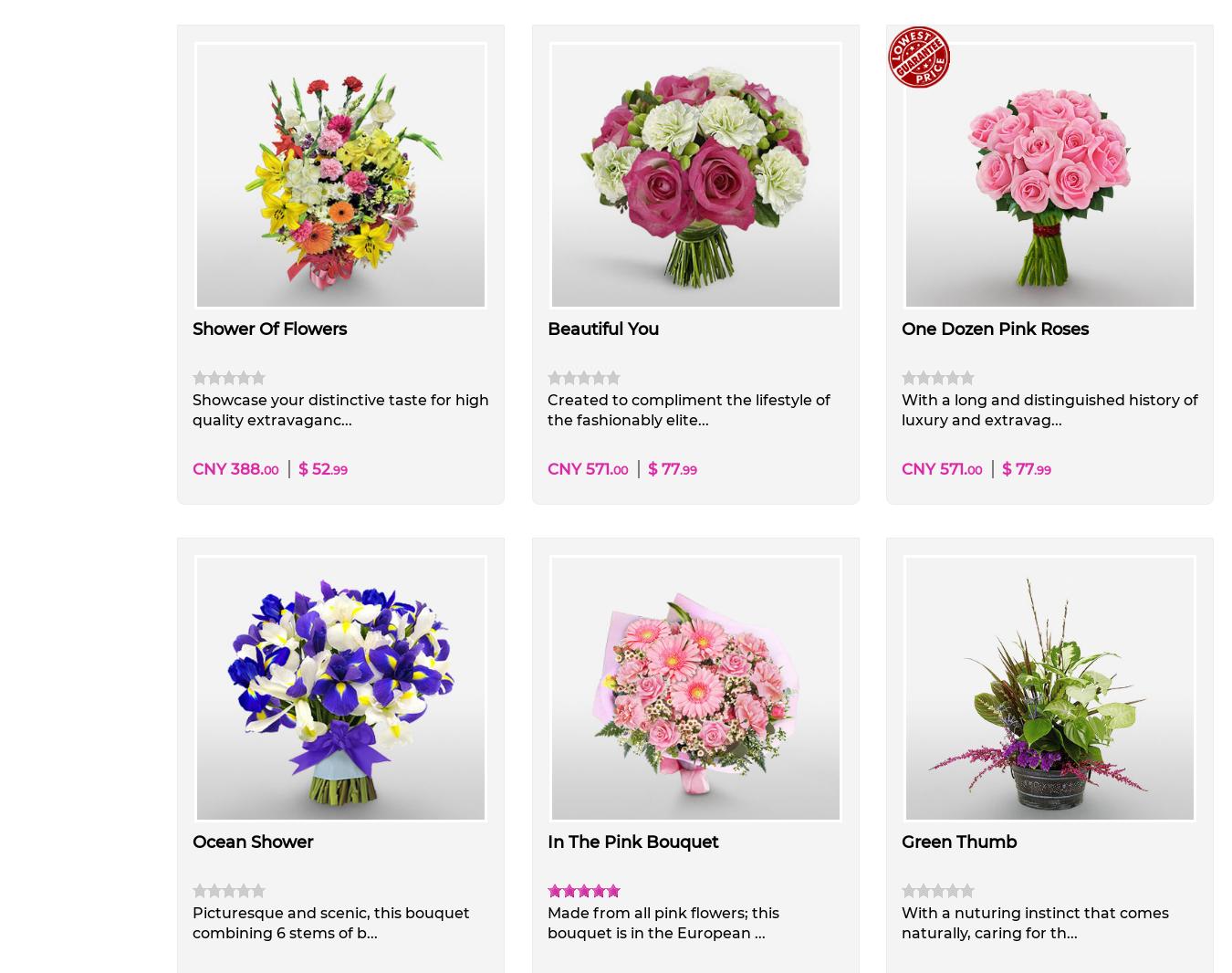  Describe the element at coordinates (1048, 410) in the screenshot. I see `'With a long and distinguished history of luxury and extravag...'` at that location.